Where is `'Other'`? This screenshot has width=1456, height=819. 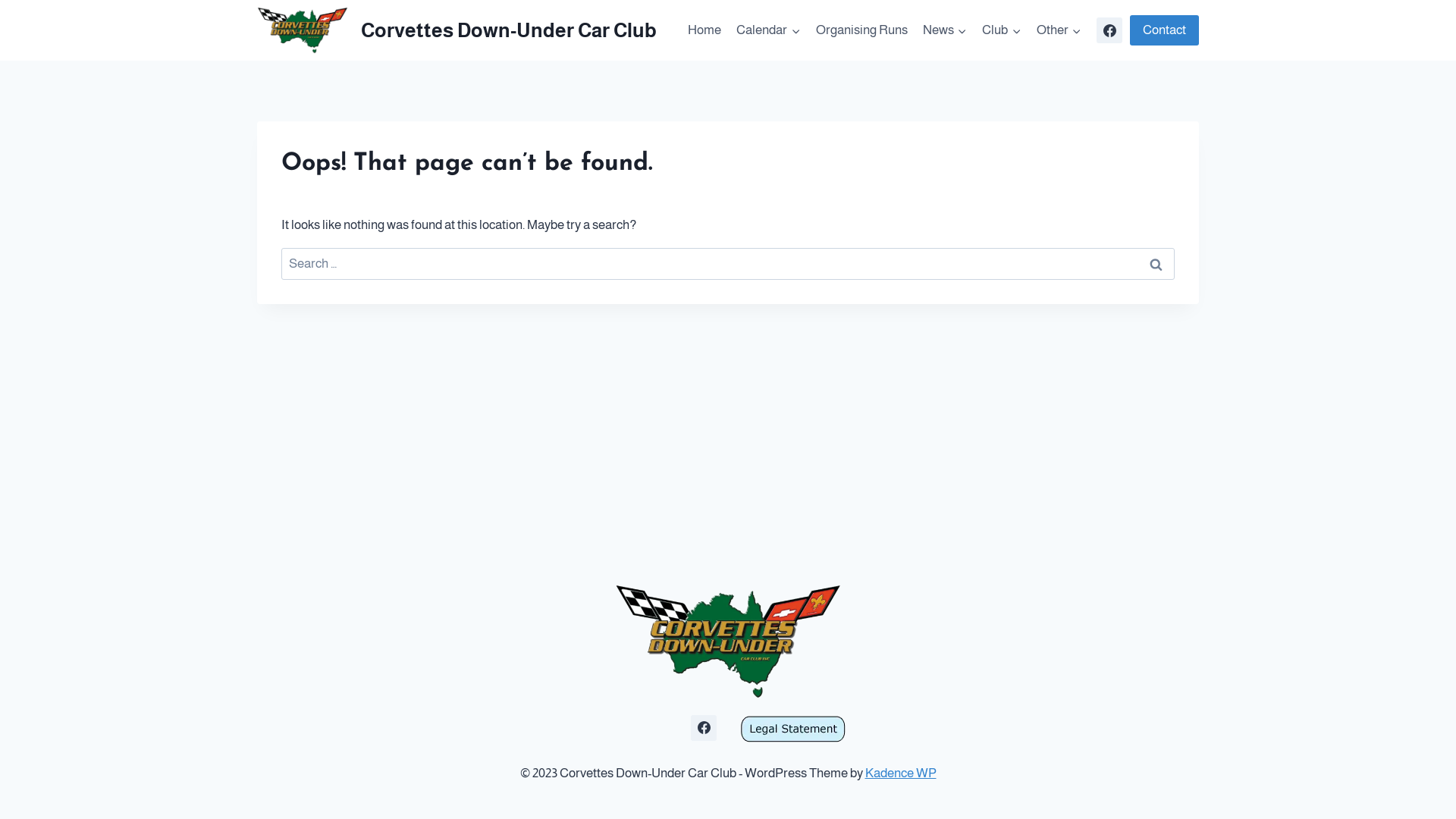
'Other' is located at coordinates (1058, 30).